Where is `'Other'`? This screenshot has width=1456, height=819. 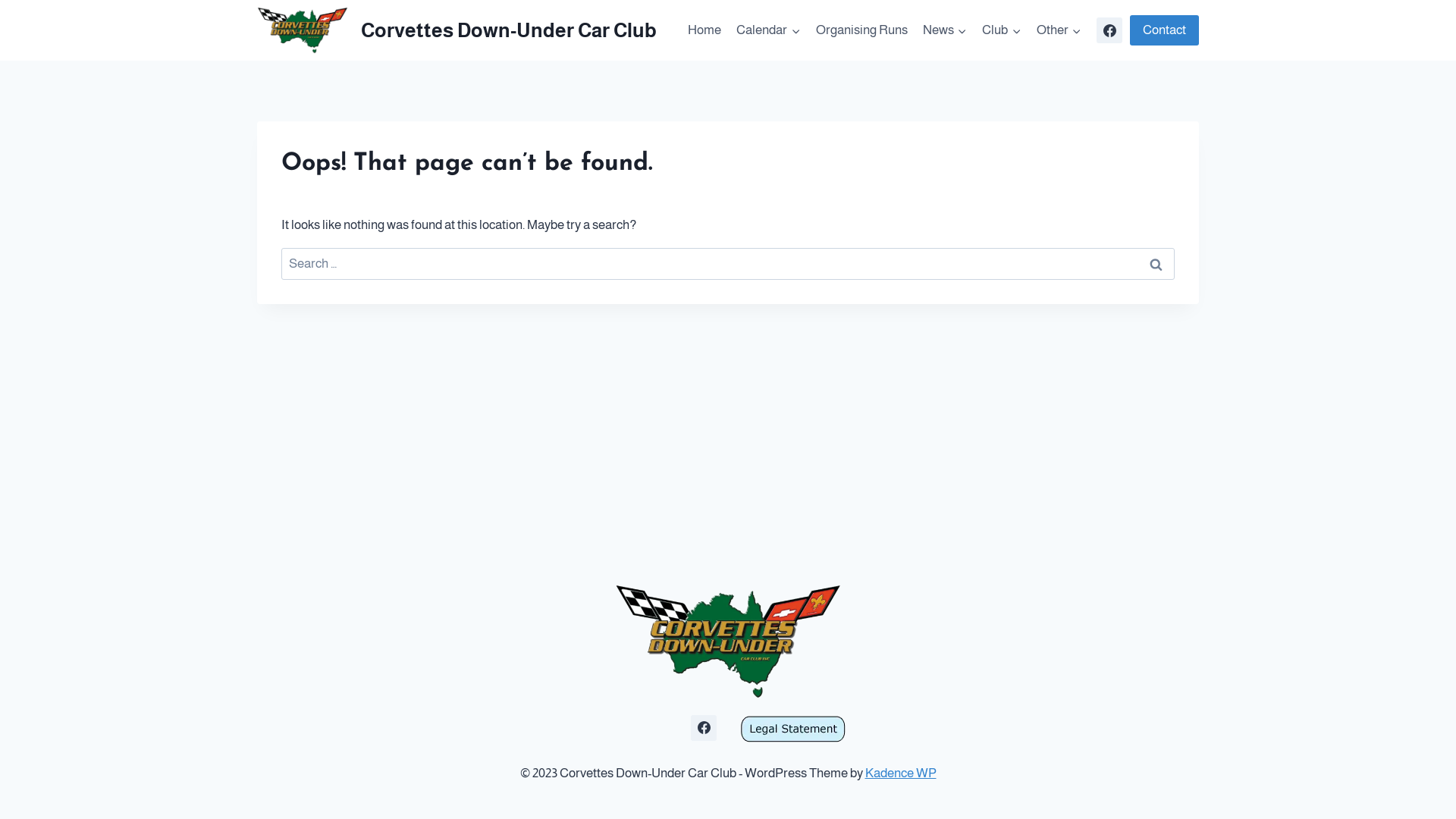
'Other' is located at coordinates (1058, 30).